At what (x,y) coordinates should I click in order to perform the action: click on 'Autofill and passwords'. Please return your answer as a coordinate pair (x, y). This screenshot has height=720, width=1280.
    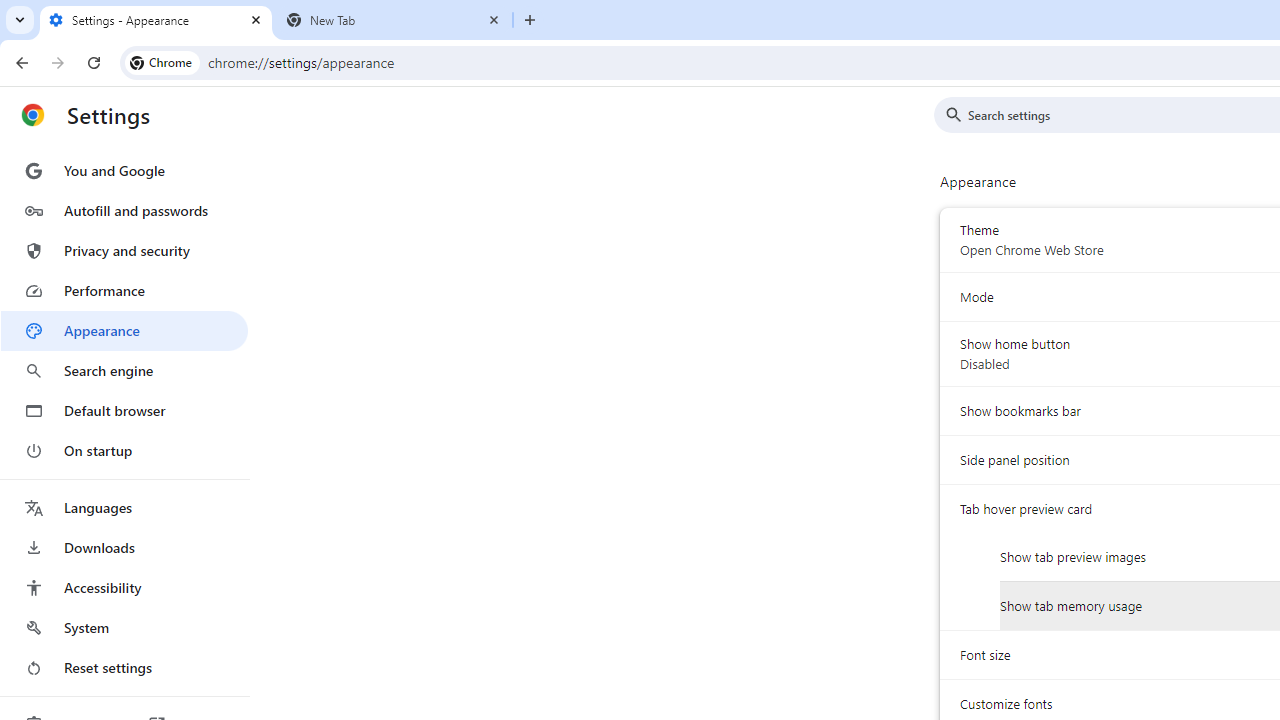
    Looking at the image, I should click on (123, 210).